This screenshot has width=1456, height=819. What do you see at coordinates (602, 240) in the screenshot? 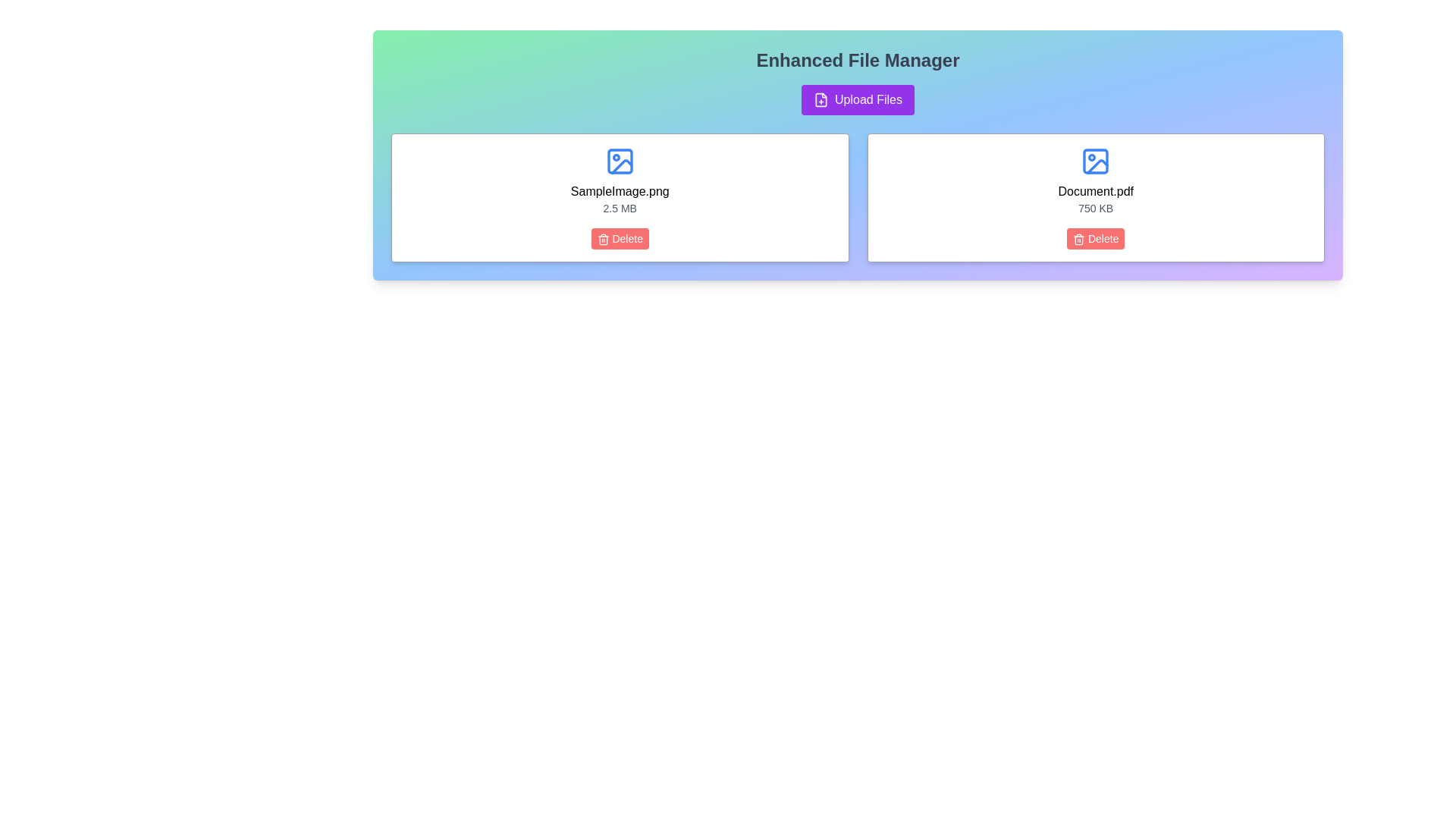
I see `the vertical lines of the trash can icon` at bounding box center [602, 240].